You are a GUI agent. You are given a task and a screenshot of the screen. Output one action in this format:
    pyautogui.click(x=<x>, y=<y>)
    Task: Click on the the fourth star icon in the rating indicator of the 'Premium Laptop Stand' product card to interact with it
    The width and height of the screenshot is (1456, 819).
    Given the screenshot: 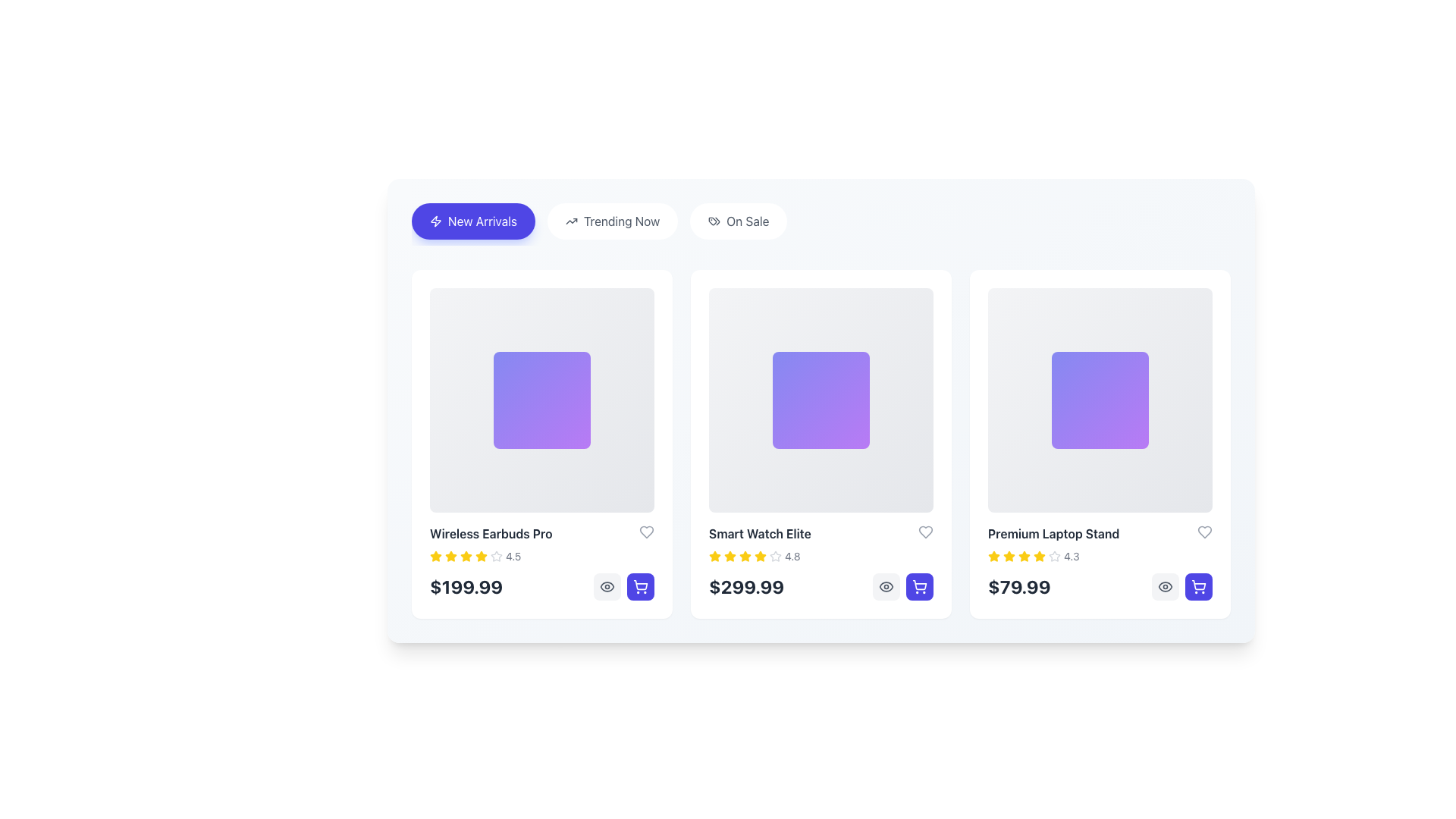 What is the action you would take?
    pyautogui.click(x=1053, y=555)
    